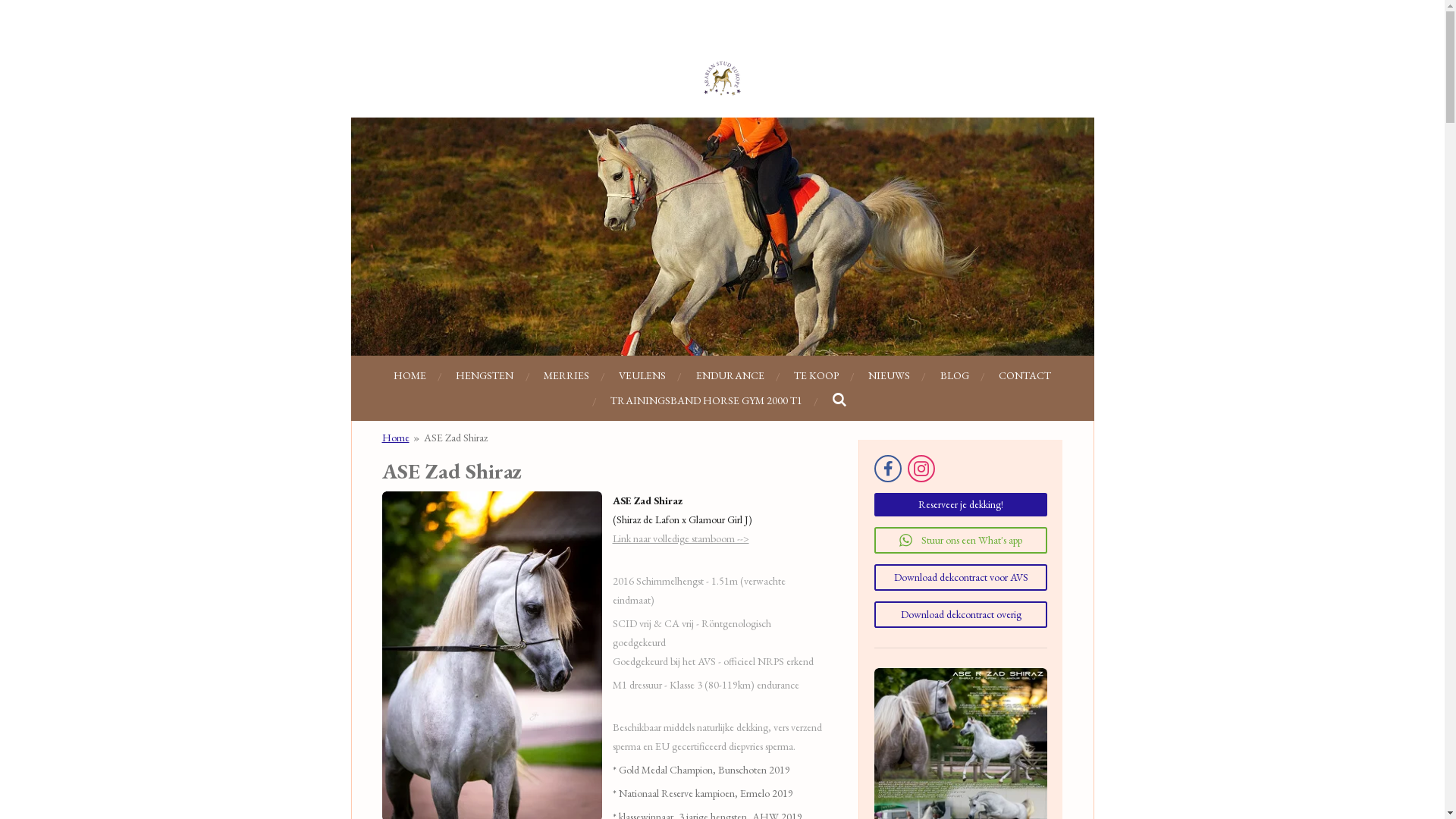  I want to click on 'Reserveer je dekking!', so click(960, 504).